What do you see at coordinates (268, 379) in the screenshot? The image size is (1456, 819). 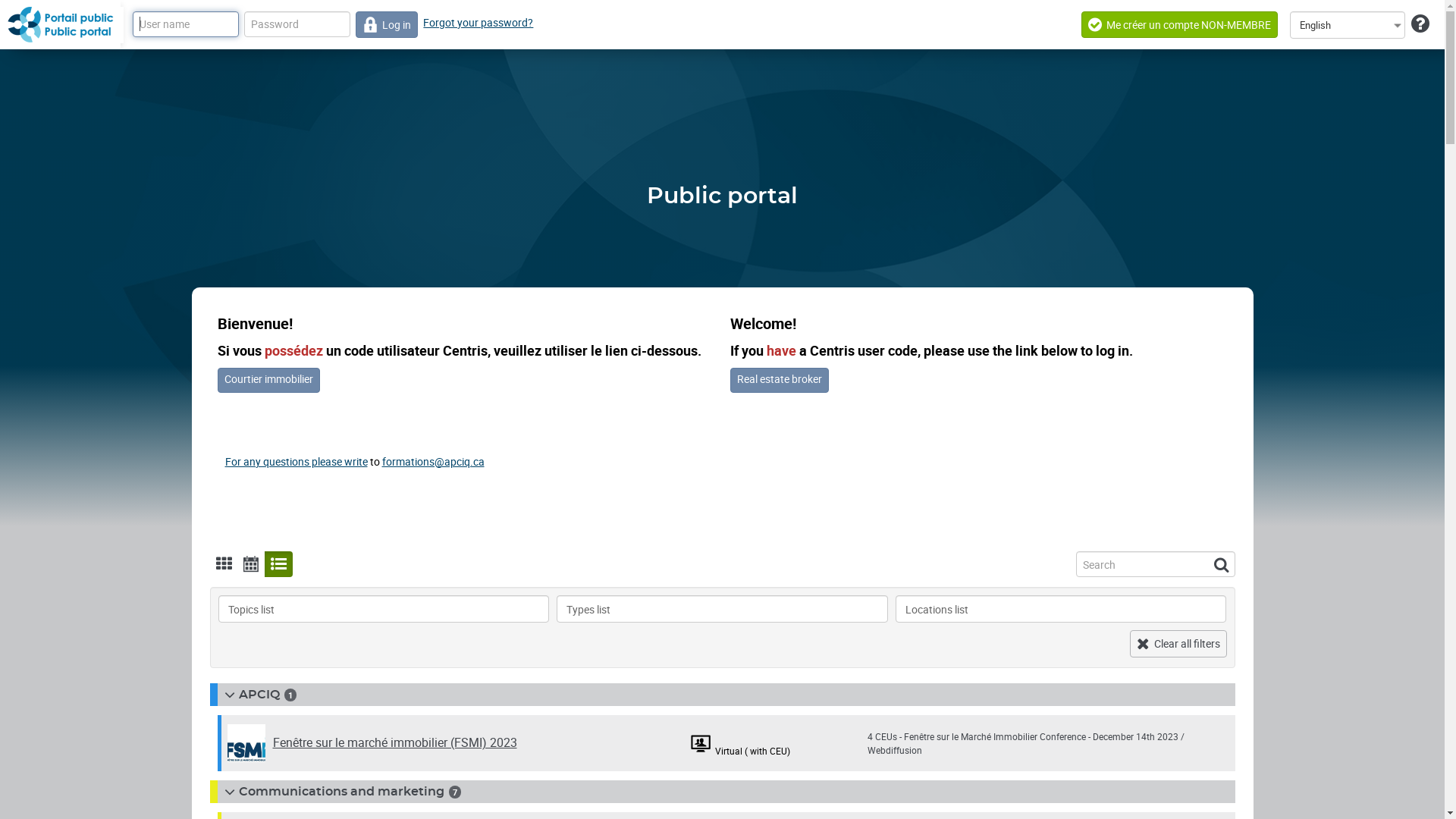 I see `'Courtier immobilier'` at bounding box center [268, 379].